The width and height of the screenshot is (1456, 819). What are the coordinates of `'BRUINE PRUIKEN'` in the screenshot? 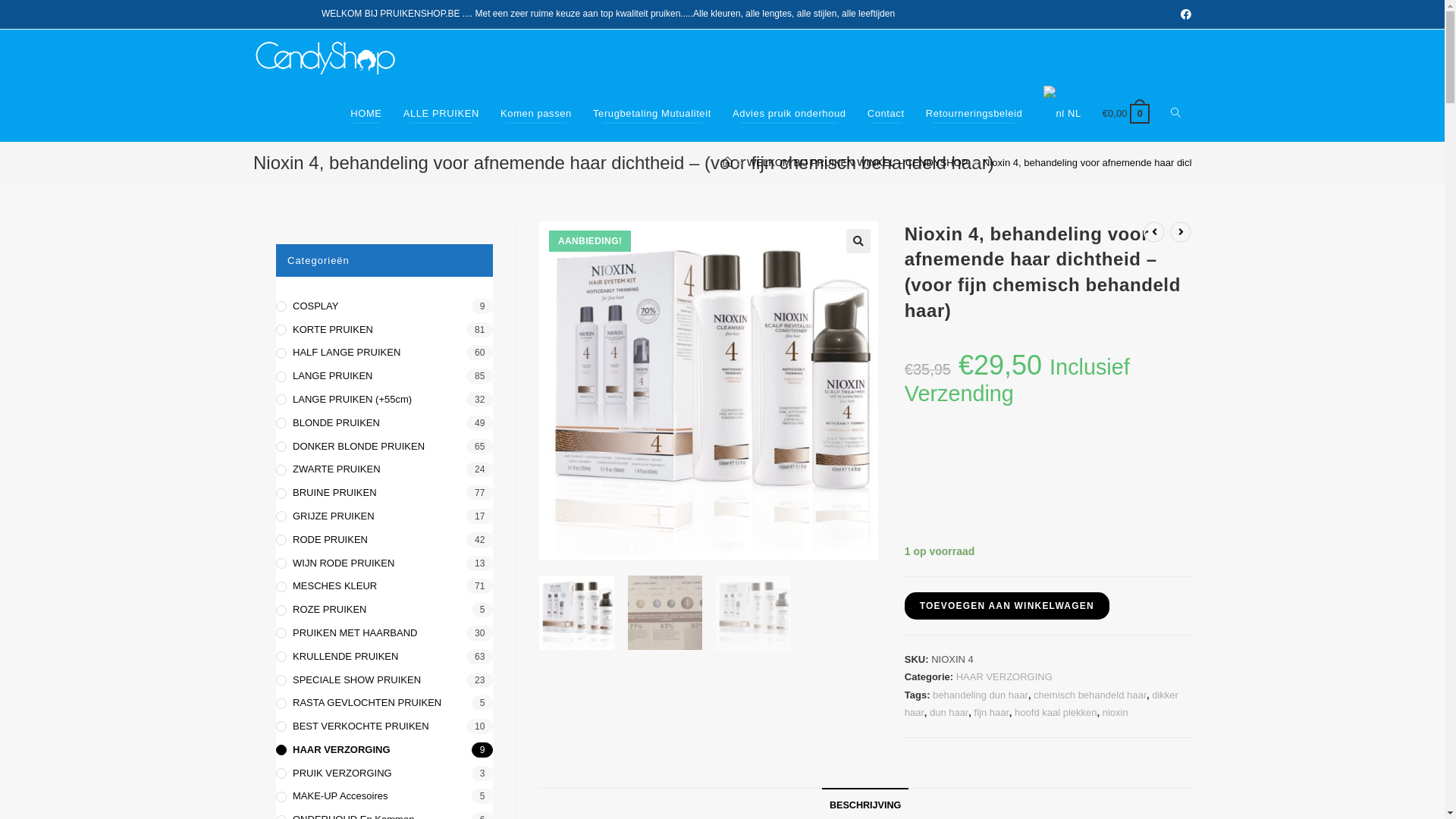 It's located at (384, 493).